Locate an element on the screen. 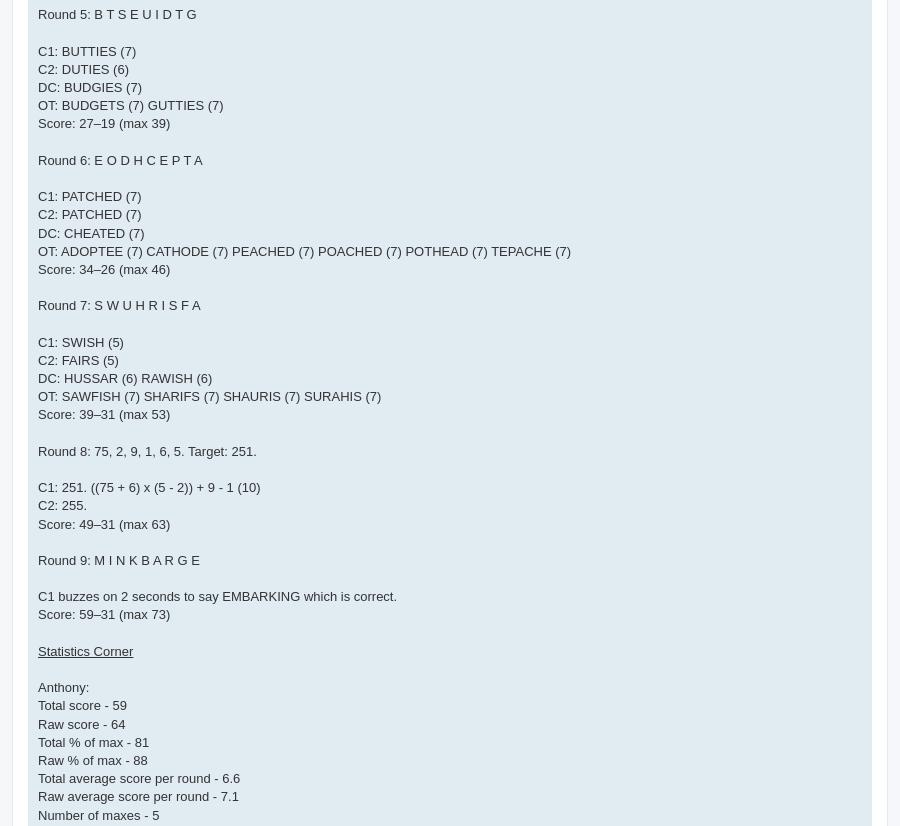 The image size is (900, 826). 'DC: CHEATED (7)' is located at coordinates (89, 231).